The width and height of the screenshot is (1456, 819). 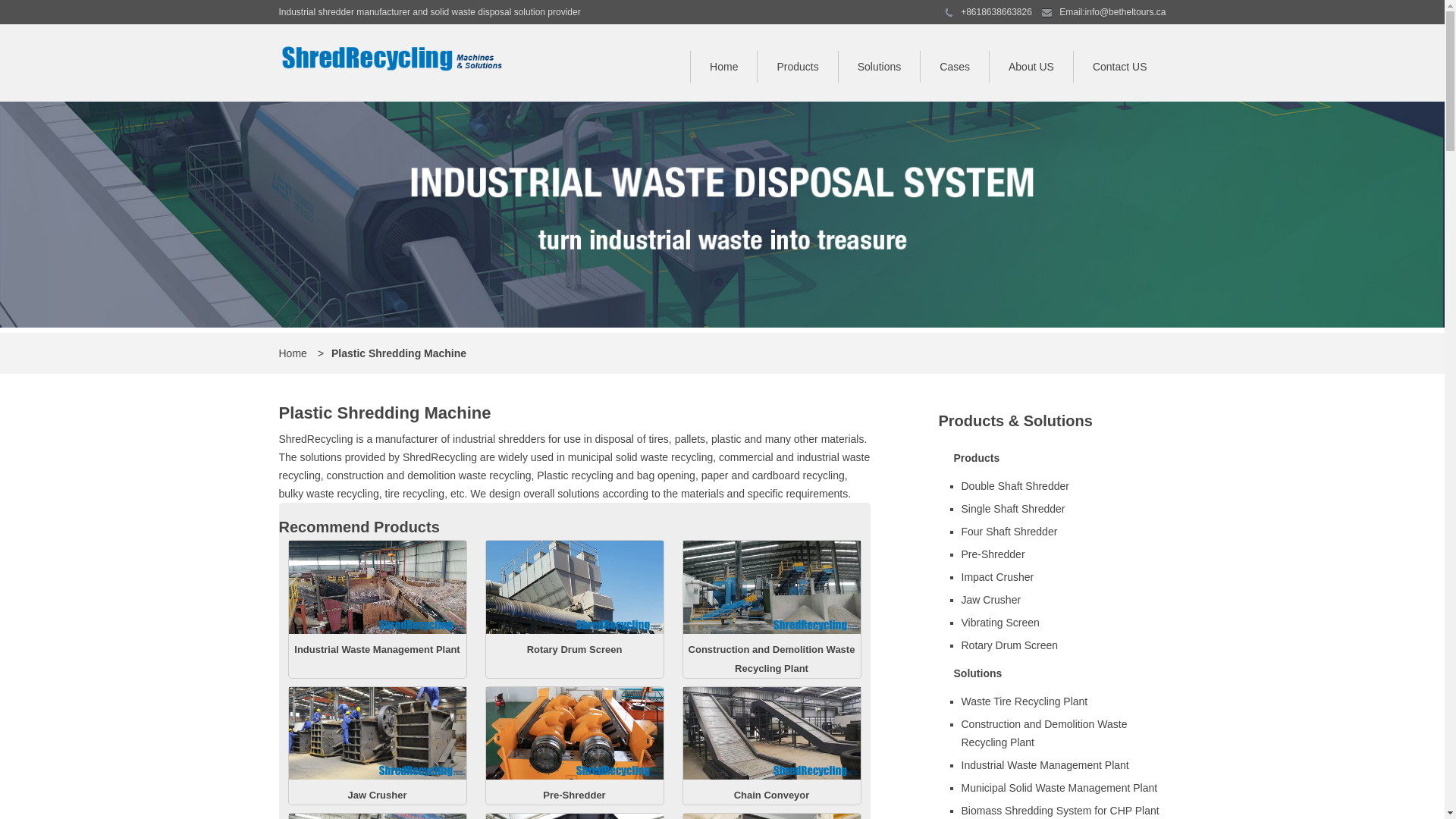 I want to click on 'Products & Solutions', so click(x=1015, y=421).